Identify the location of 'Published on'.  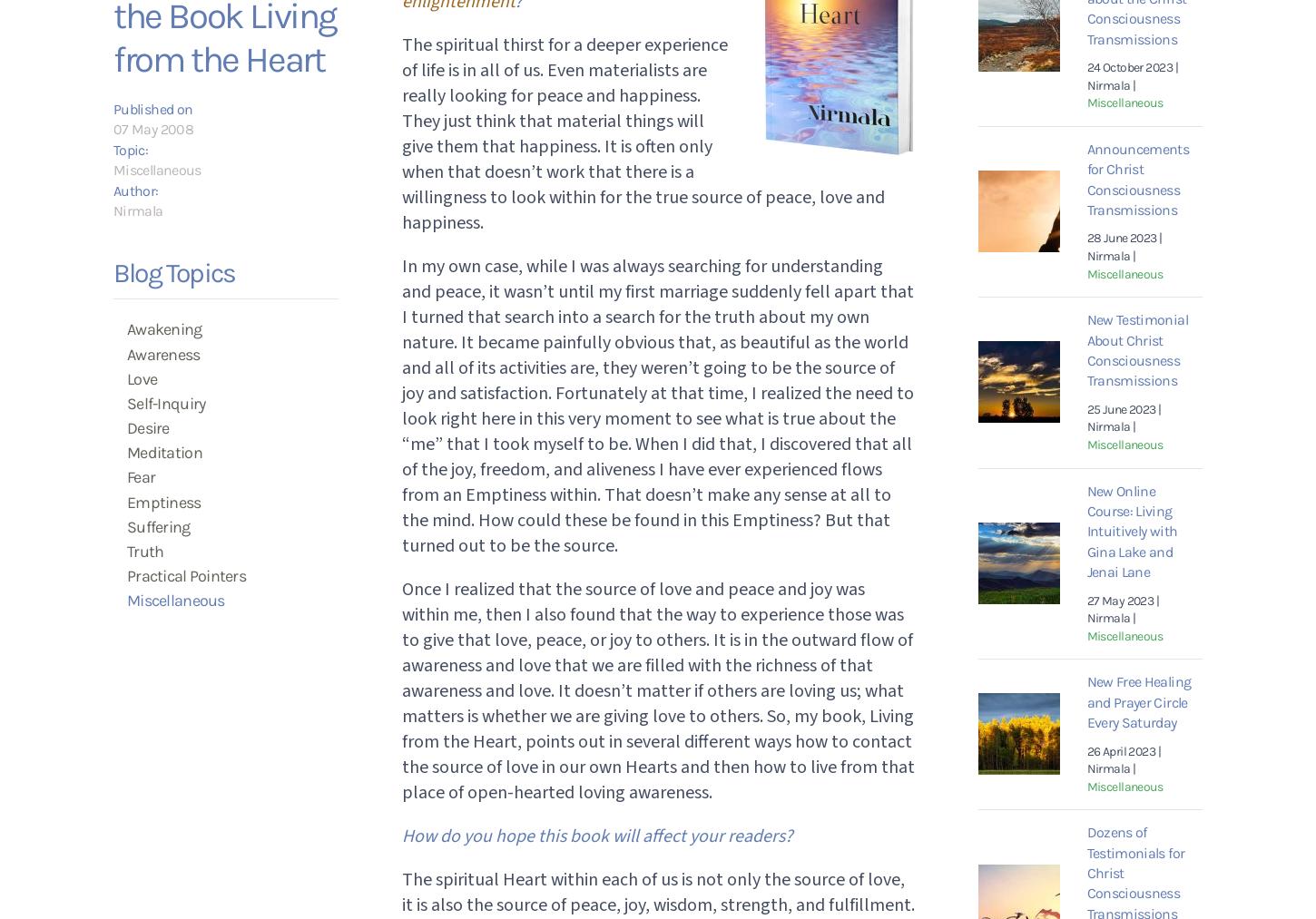
(152, 109).